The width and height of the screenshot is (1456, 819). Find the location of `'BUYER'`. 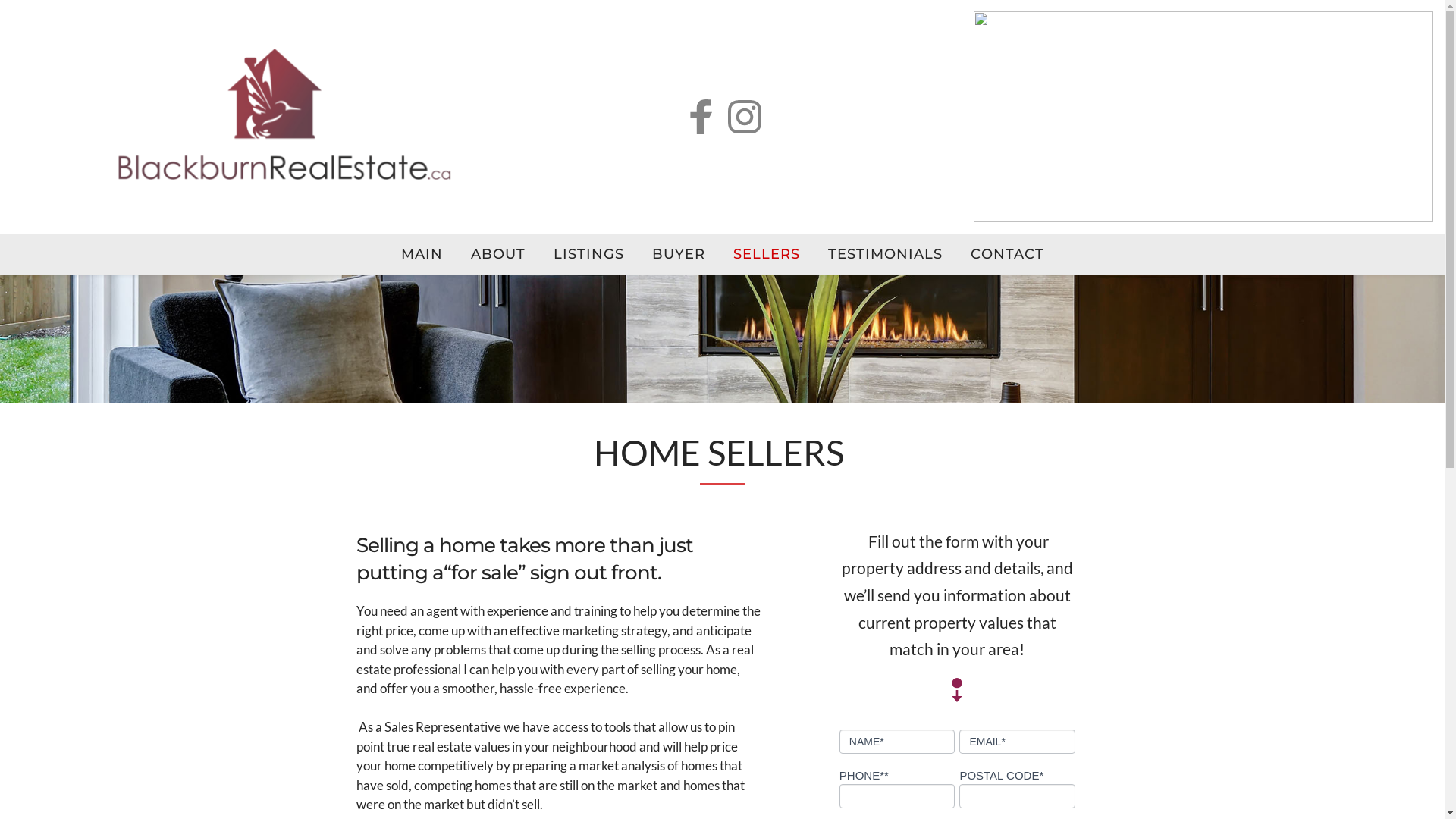

'BUYER' is located at coordinates (676, 253).